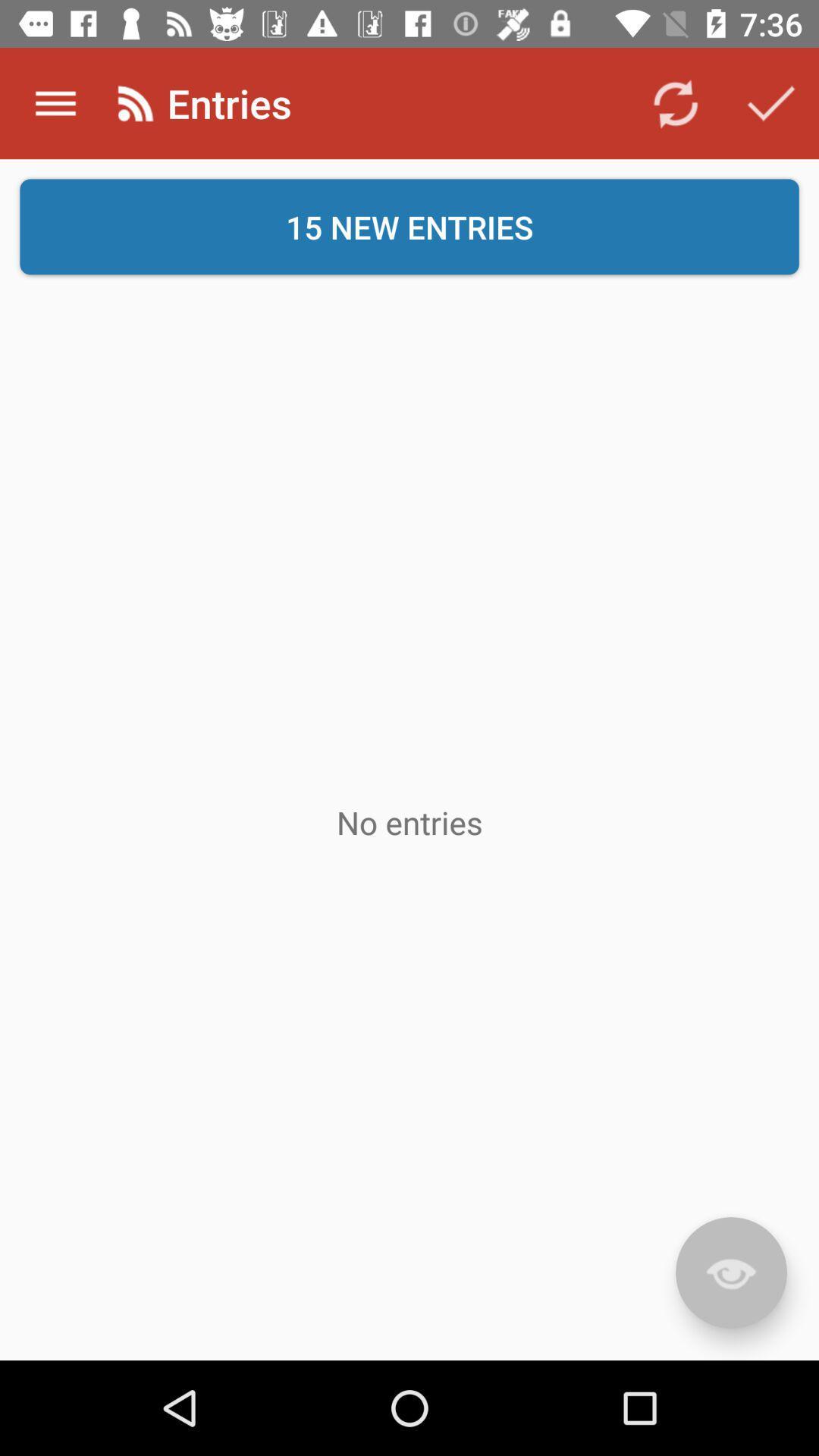  I want to click on button above the 15 new entries button, so click(771, 102).